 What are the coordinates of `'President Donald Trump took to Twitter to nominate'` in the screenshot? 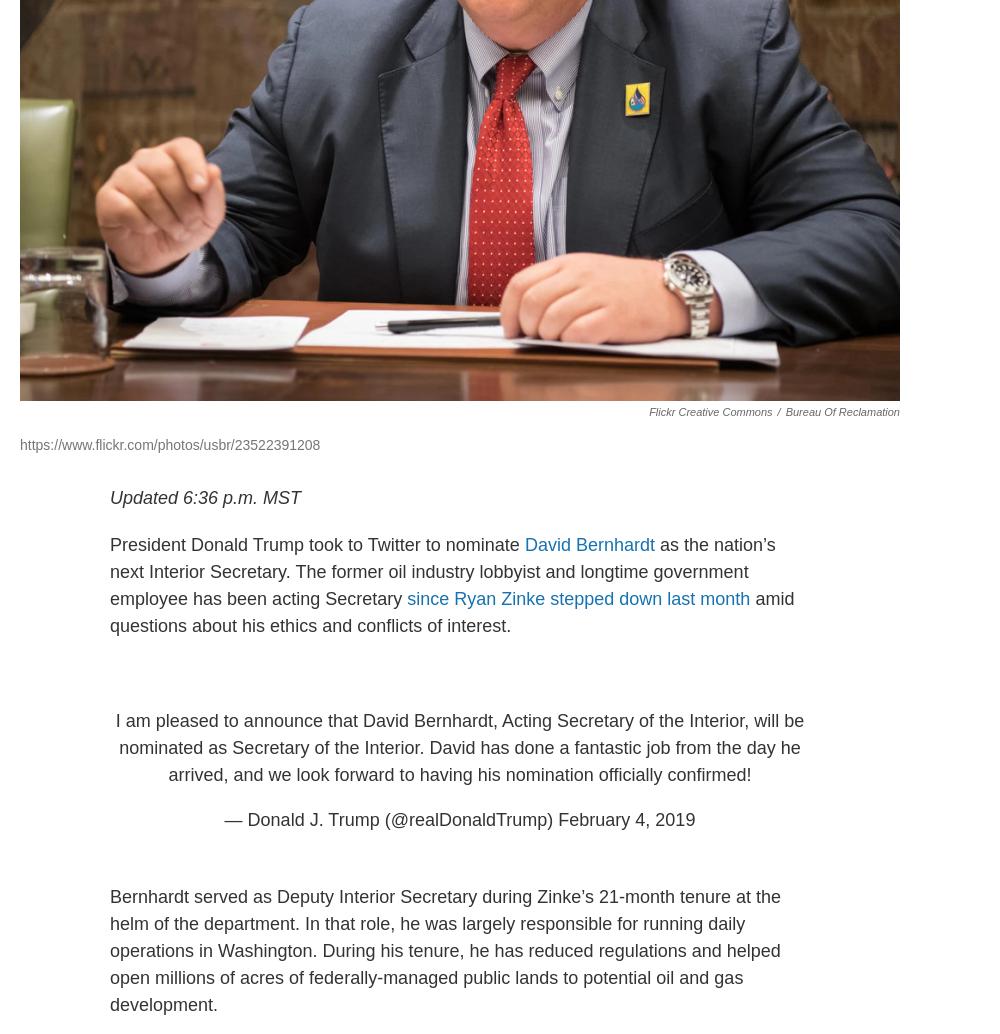 It's located at (109, 543).